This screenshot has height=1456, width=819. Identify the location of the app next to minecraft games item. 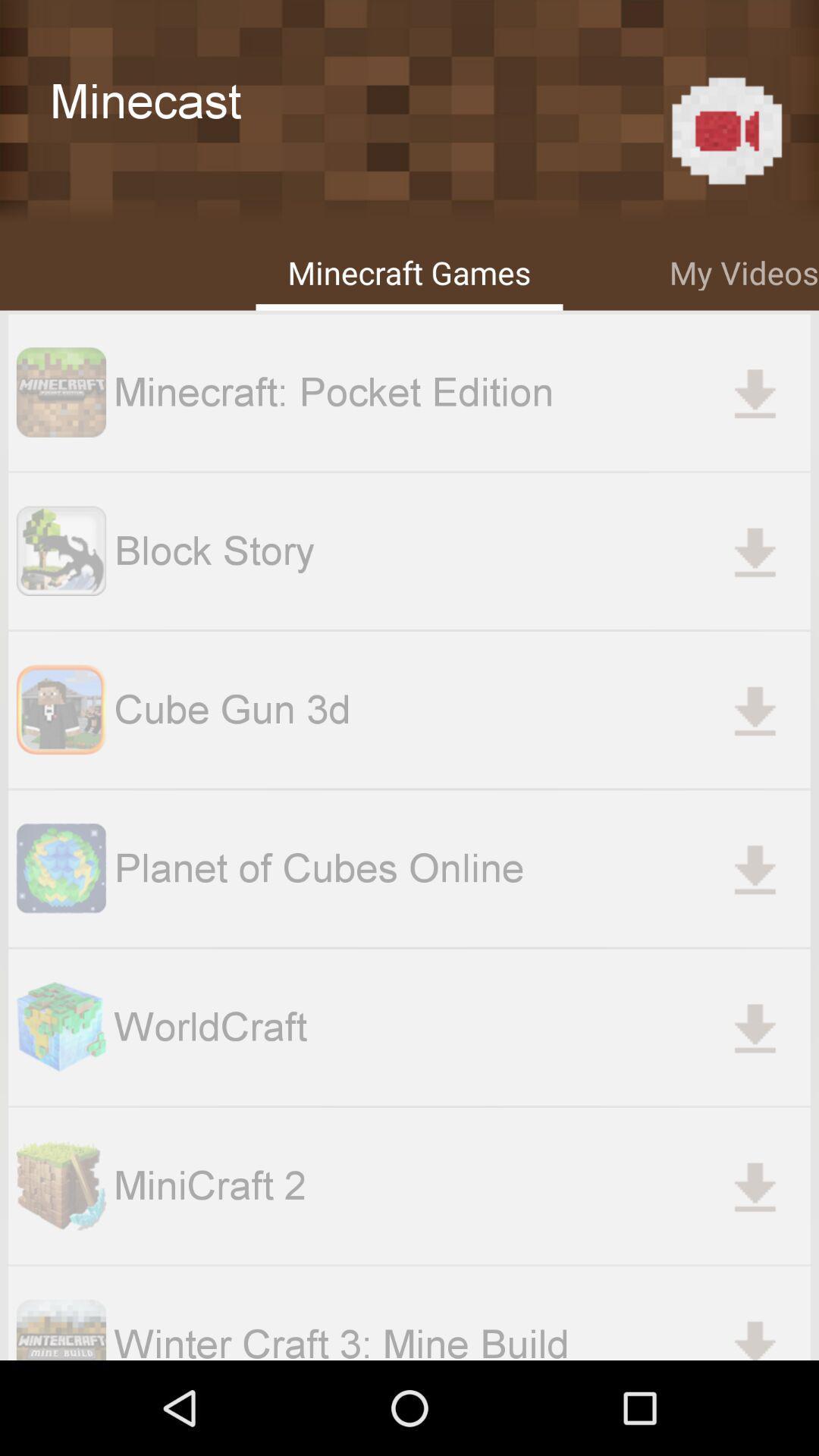
(743, 270).